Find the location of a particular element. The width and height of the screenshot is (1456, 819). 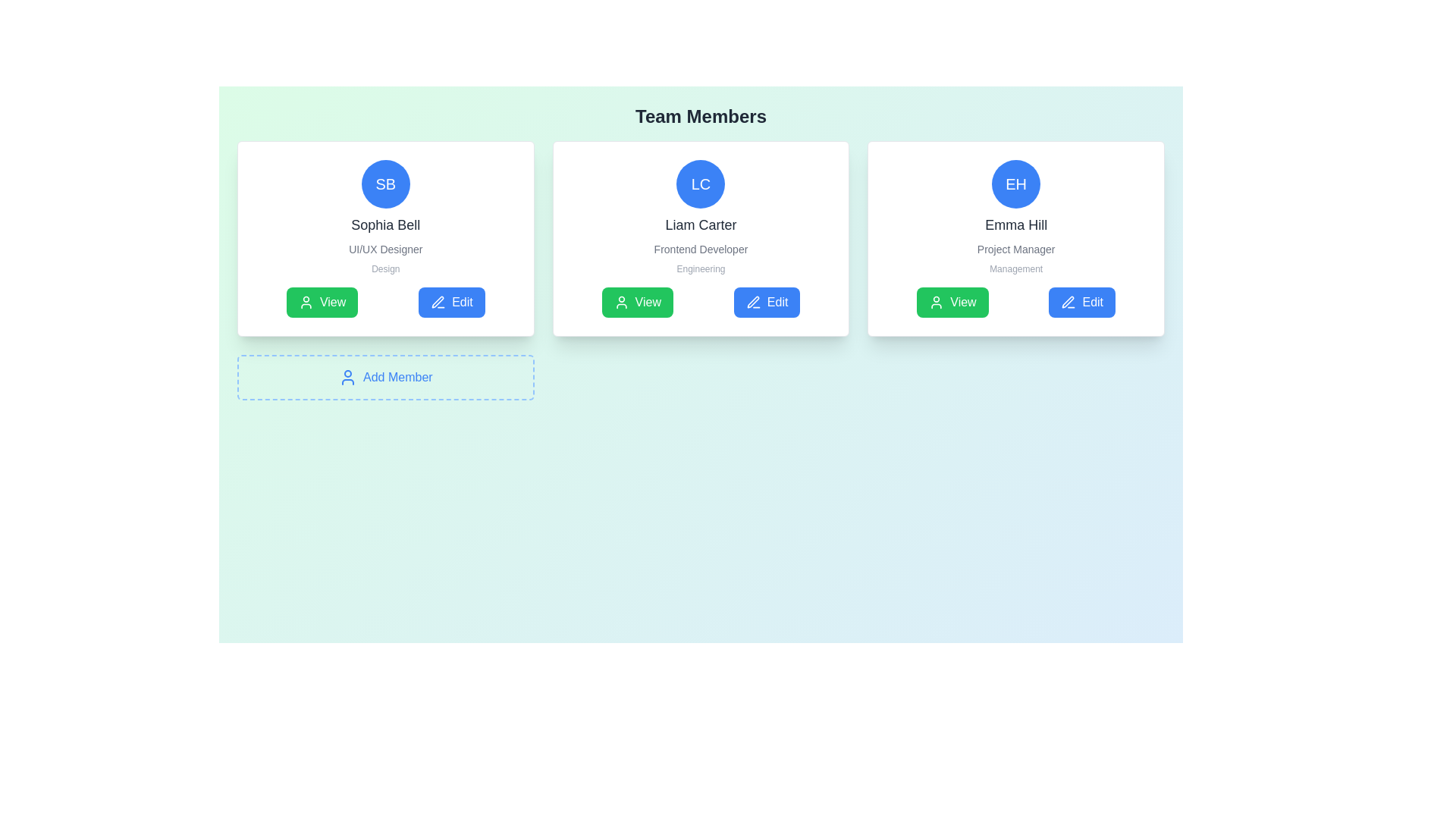

the interactive 'Add Member' button, which features a user icon and blue text, located below the team member cards is located at coordinates (385, 376).